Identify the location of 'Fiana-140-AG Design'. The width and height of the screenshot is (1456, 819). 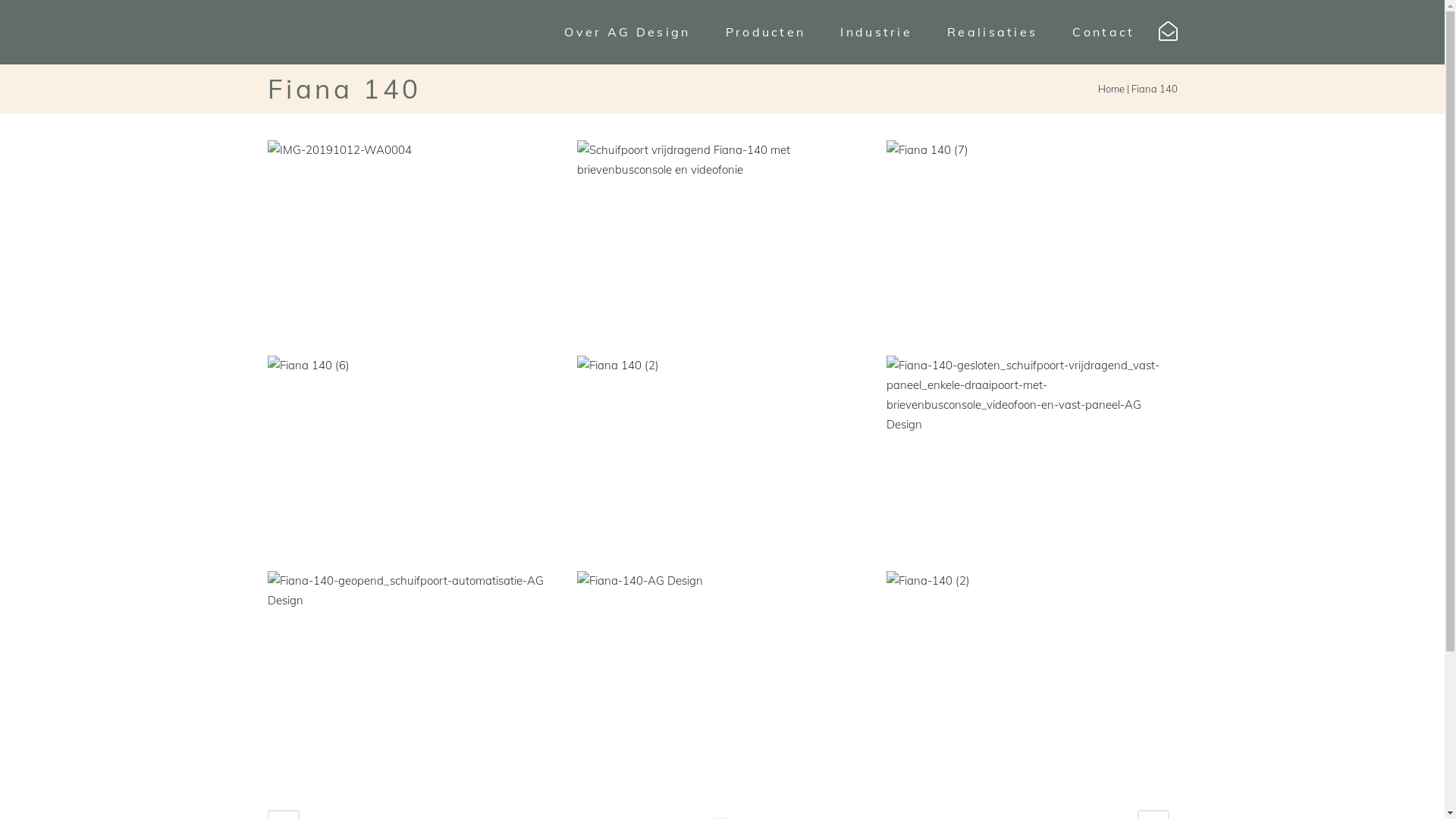
(722, 669).